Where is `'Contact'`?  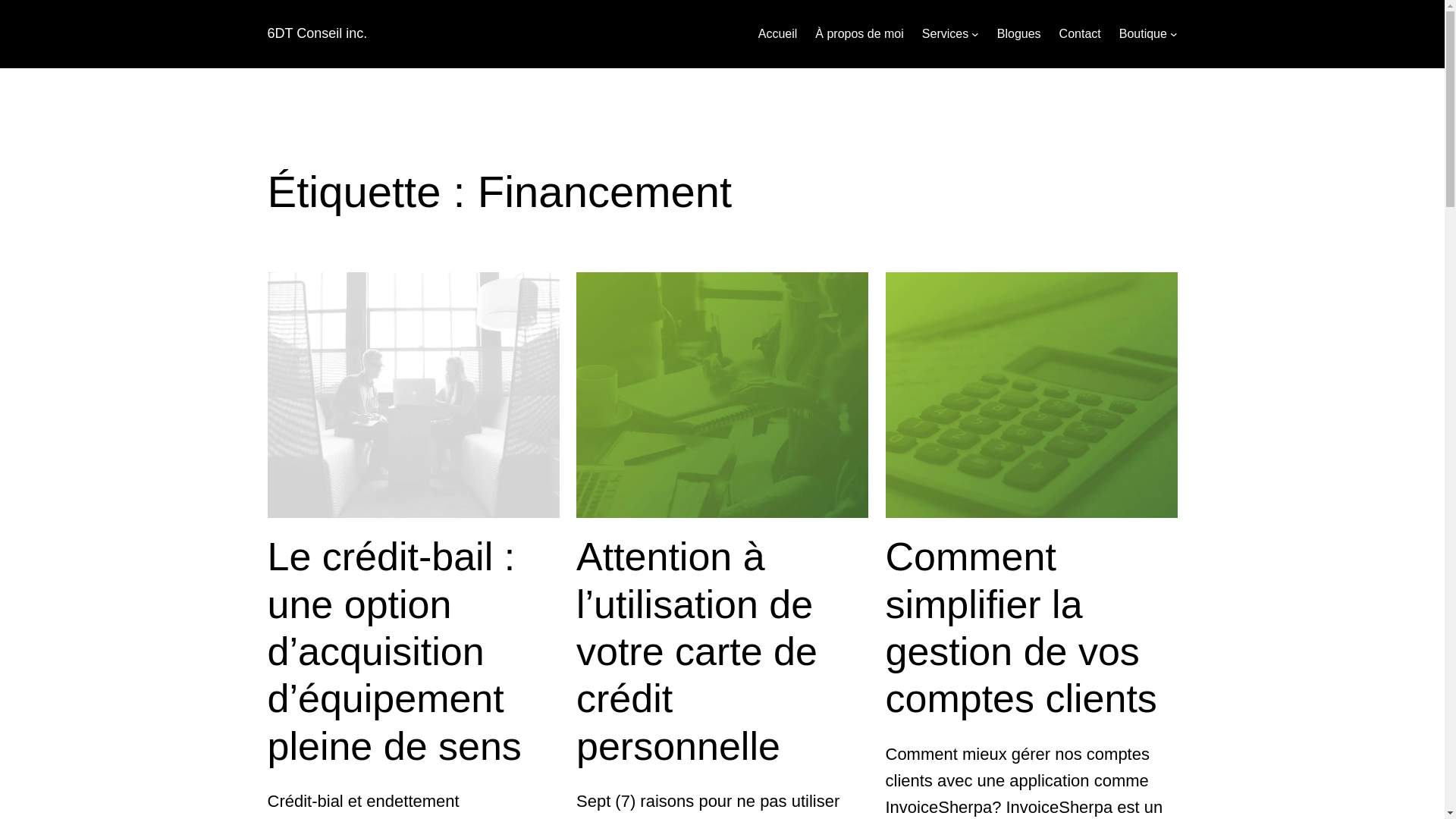 'Contact' is located at coordinates (1079, 34).